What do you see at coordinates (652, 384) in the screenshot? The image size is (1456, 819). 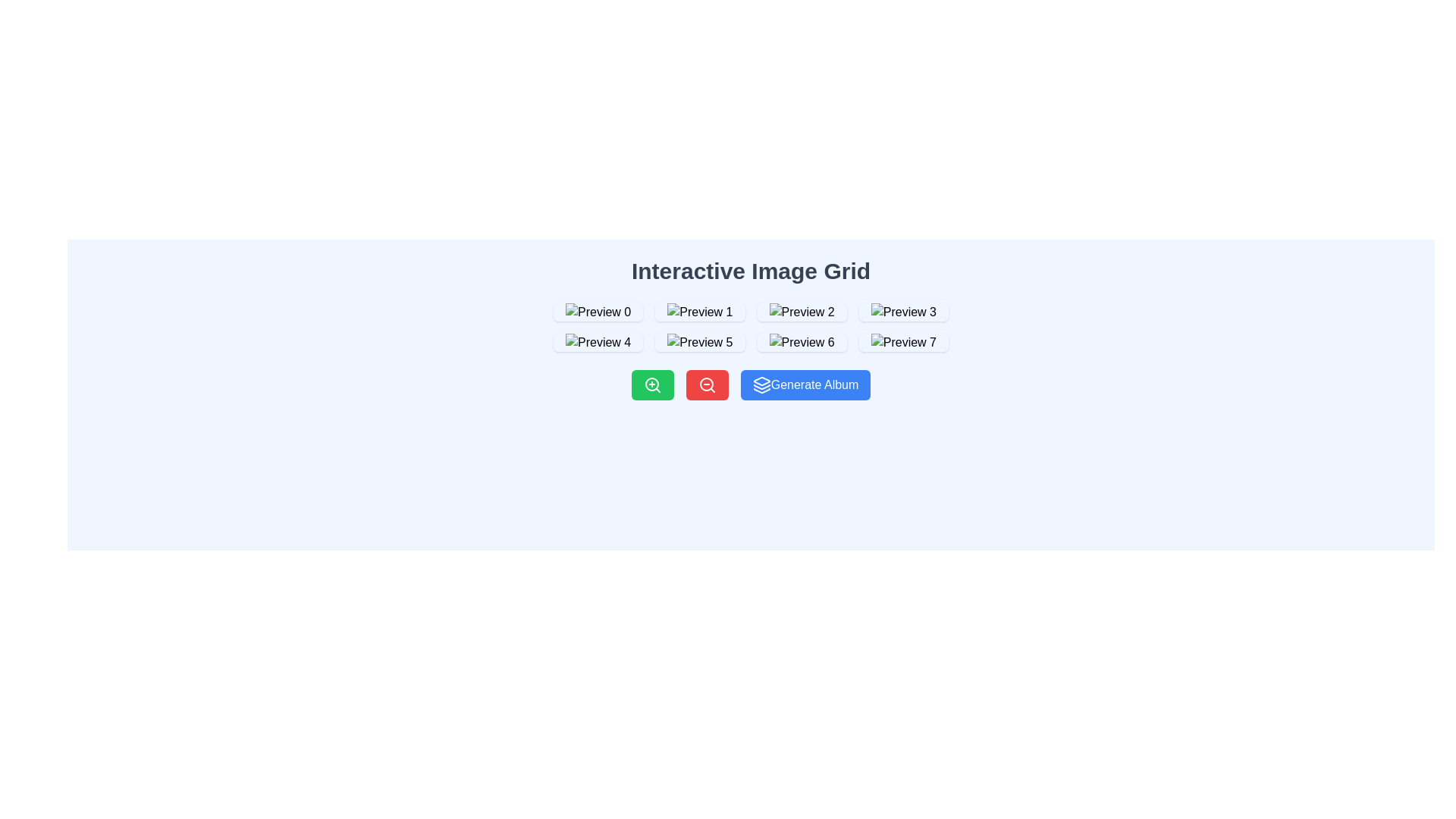 I see `the zoom-in icon located within the green button at the bottom center of the interface` at bounding box center [652, 384].